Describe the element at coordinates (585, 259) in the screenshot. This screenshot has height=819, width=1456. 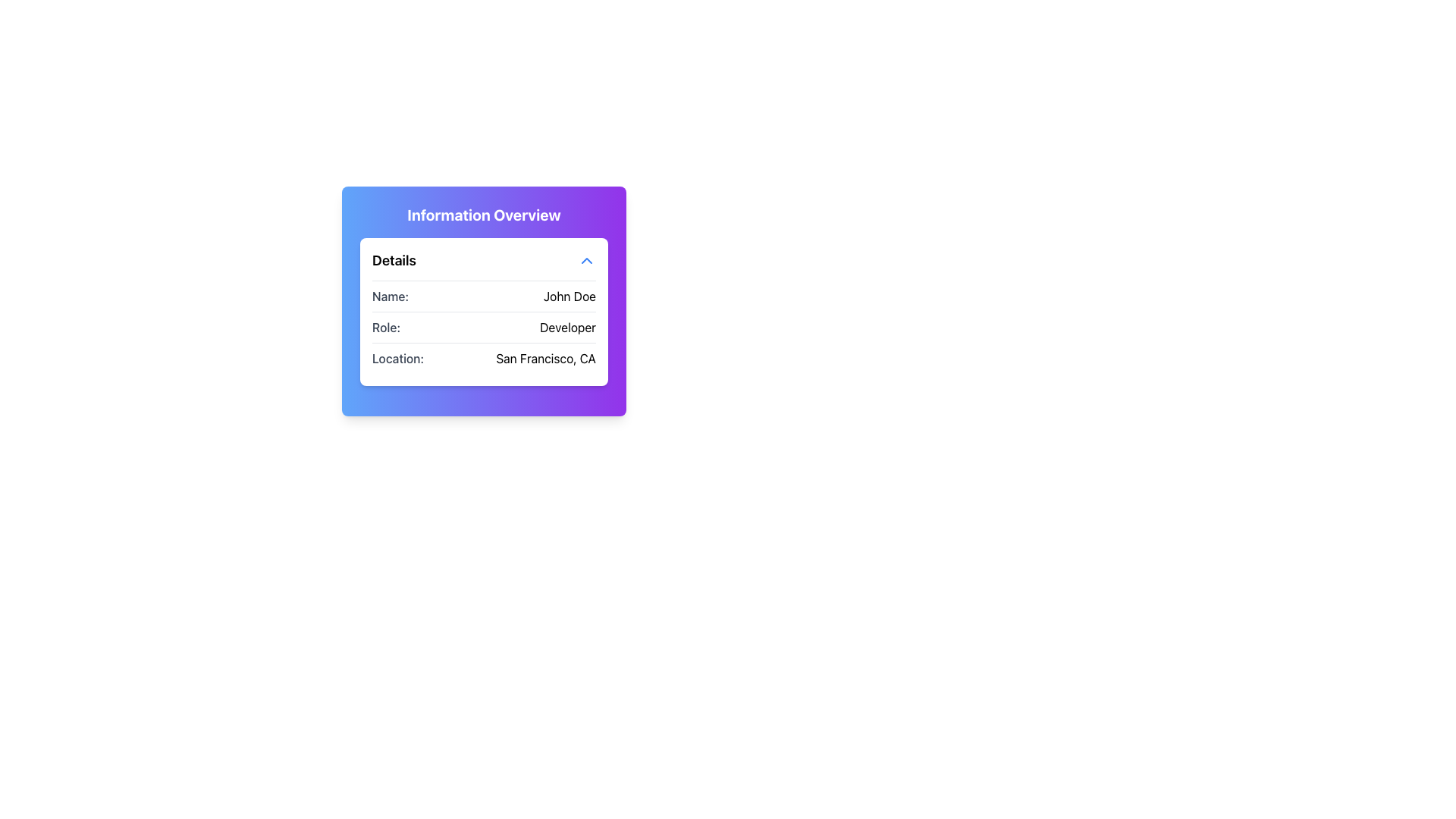
I see `the upward-pointing blue chevron icon located at the top-right corner of the 'Details' section to trigger the hover effect` at that location.